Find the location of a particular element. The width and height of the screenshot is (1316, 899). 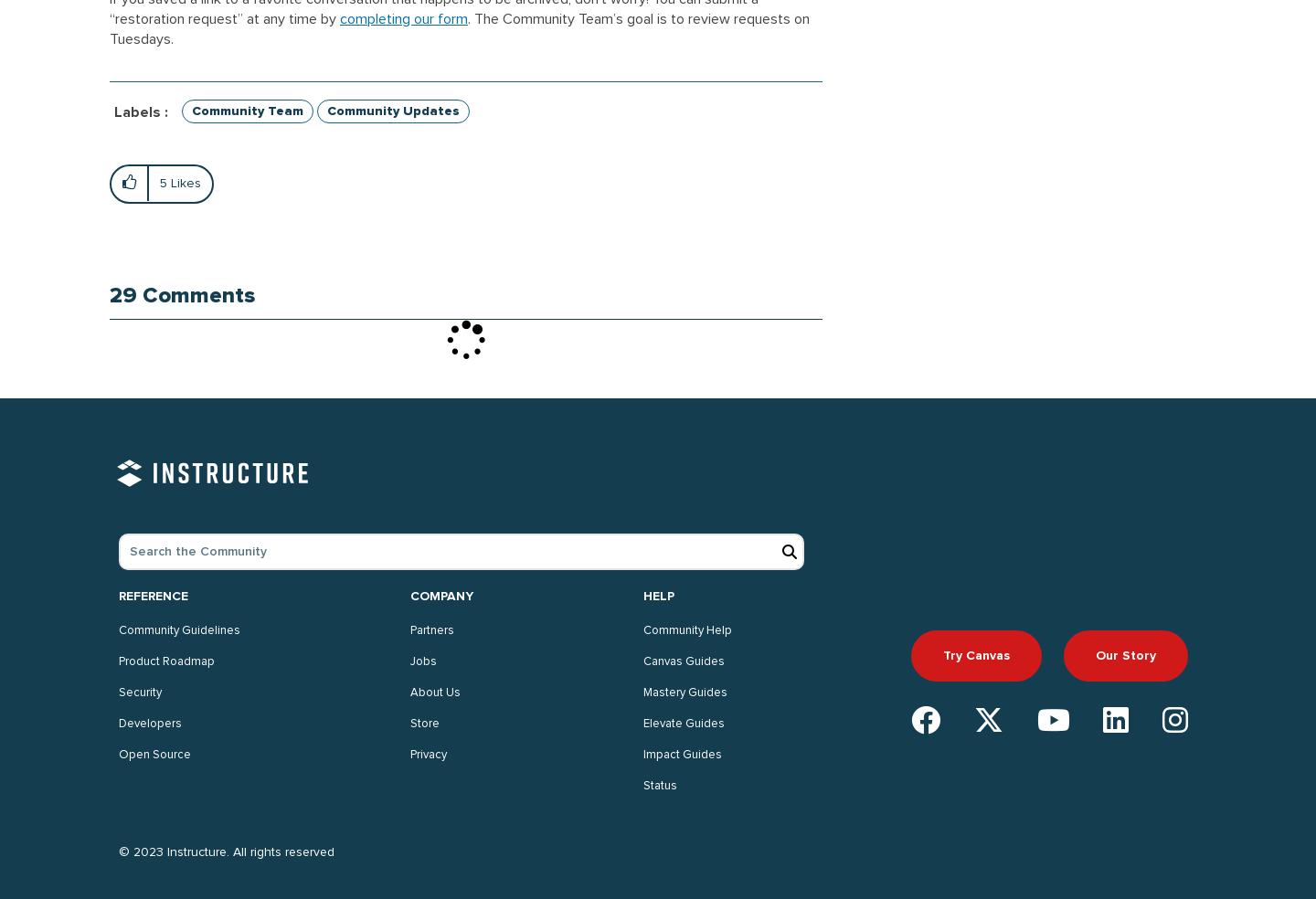

'Open Source' is located at coordinates (154, 754).